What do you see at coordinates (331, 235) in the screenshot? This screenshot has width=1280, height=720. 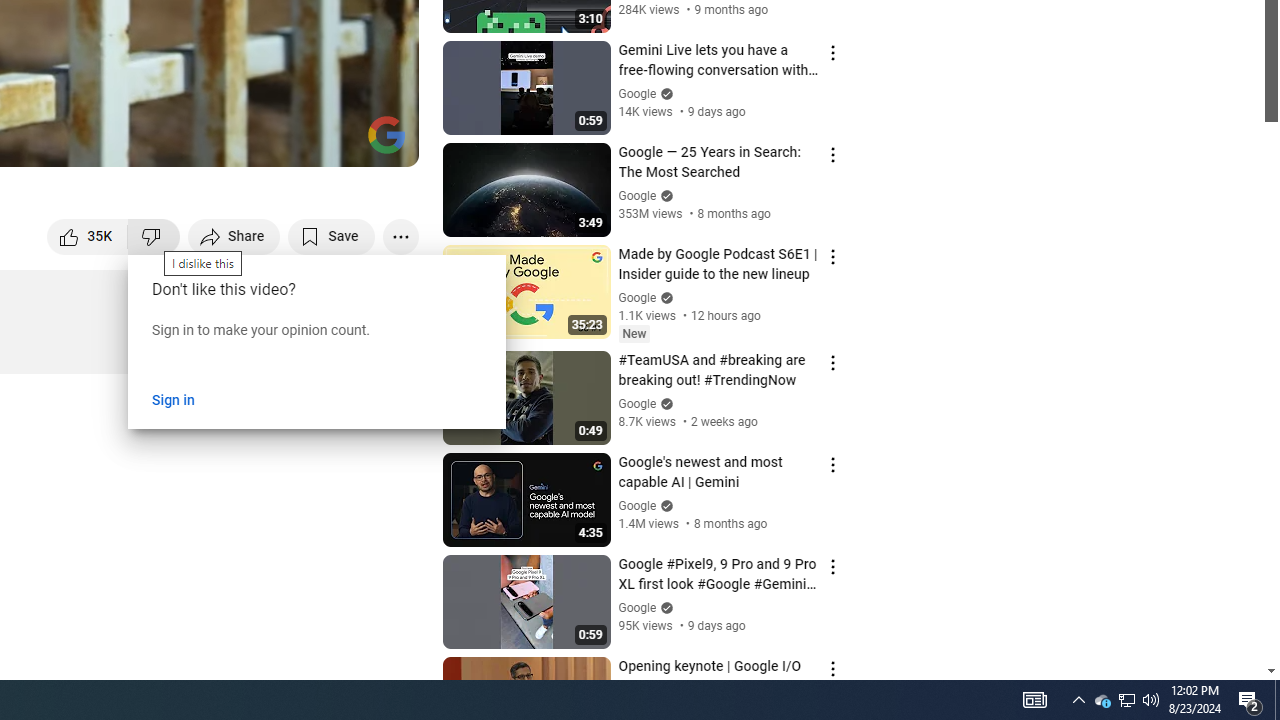 I see `'Save to playlist'` at bounding box center [331, 235].